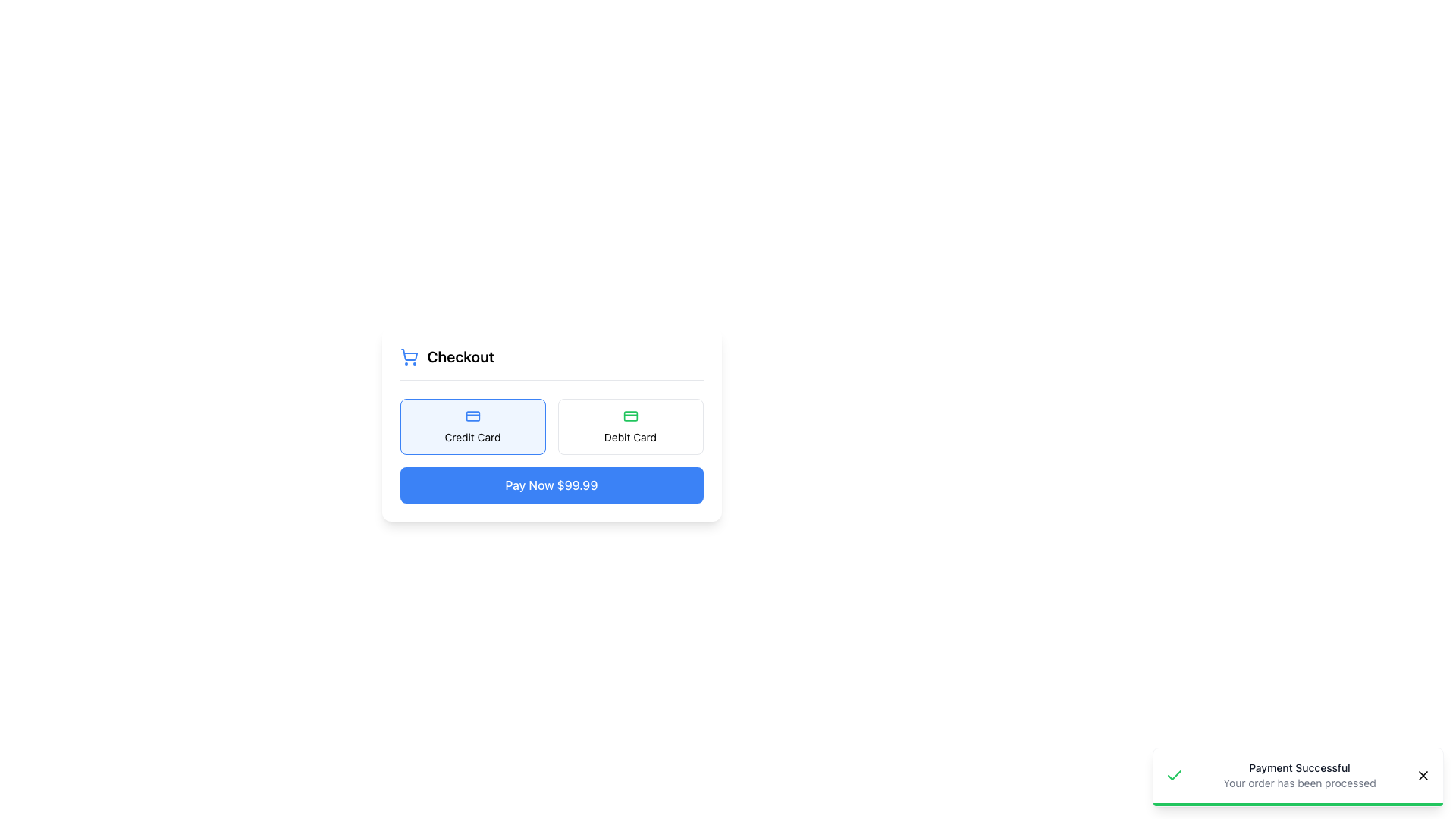 The image size is (1456, 819). Describe the element at coordinates (472, 416) in the screenshot. I see `the upper rectangular part of the credit card icon located on the left side of the 'Credit Card' button in the payment method selection section` at that location.